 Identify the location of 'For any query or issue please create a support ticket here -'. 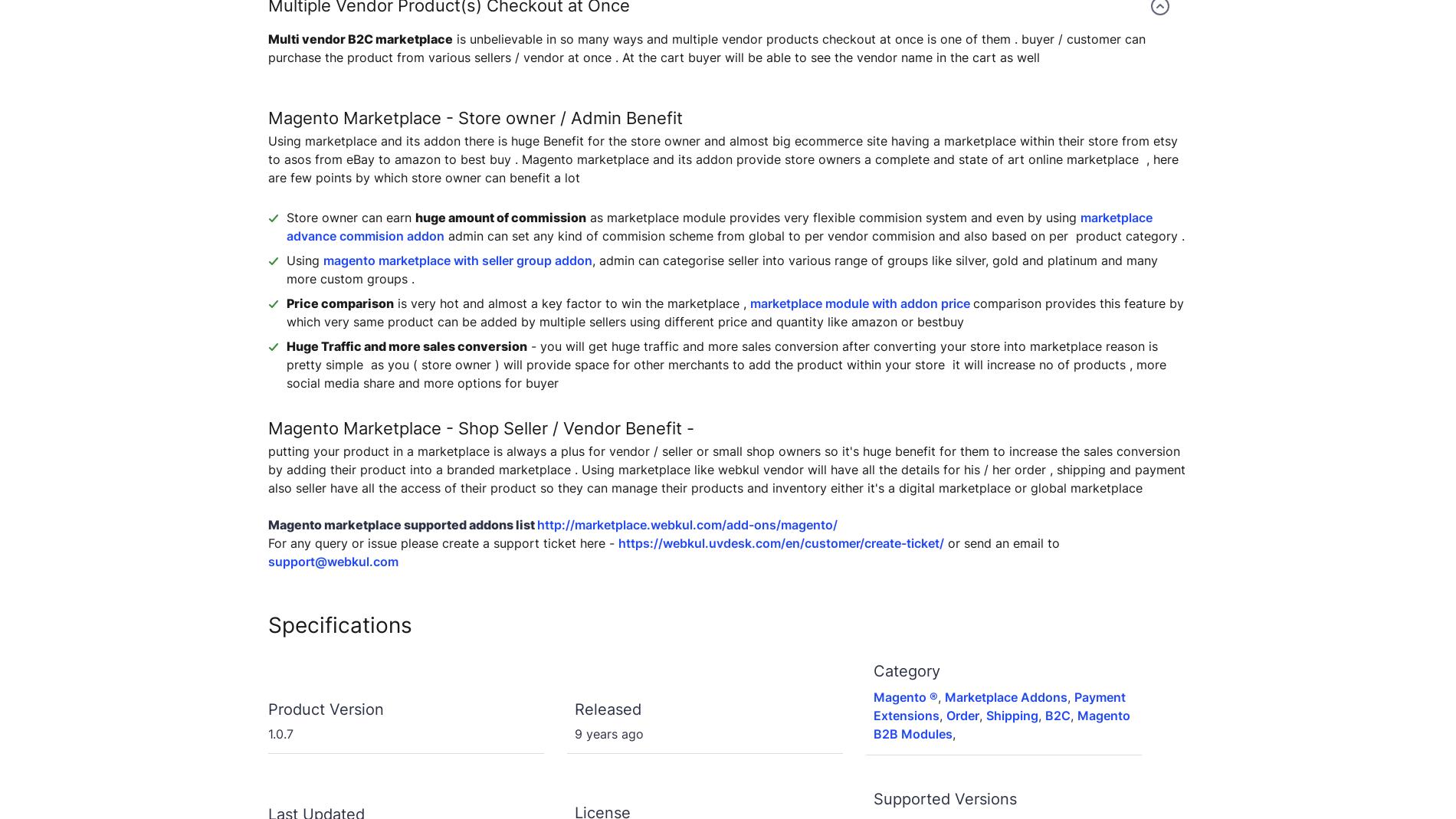
(443, 542).